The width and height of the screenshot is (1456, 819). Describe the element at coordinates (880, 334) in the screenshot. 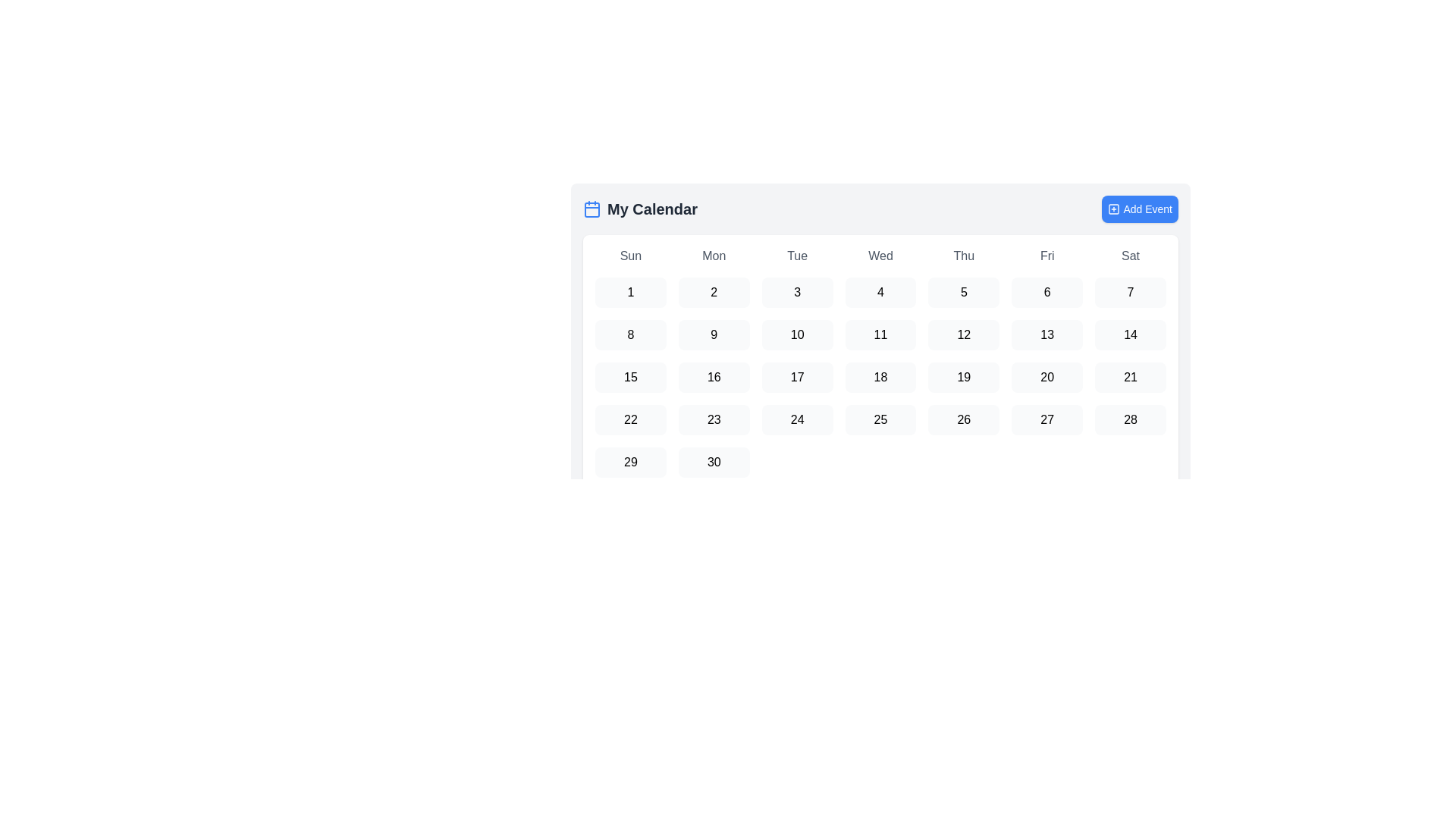

I see `the clickable calendar day element representing the date '11' in the calendar view` at that location.